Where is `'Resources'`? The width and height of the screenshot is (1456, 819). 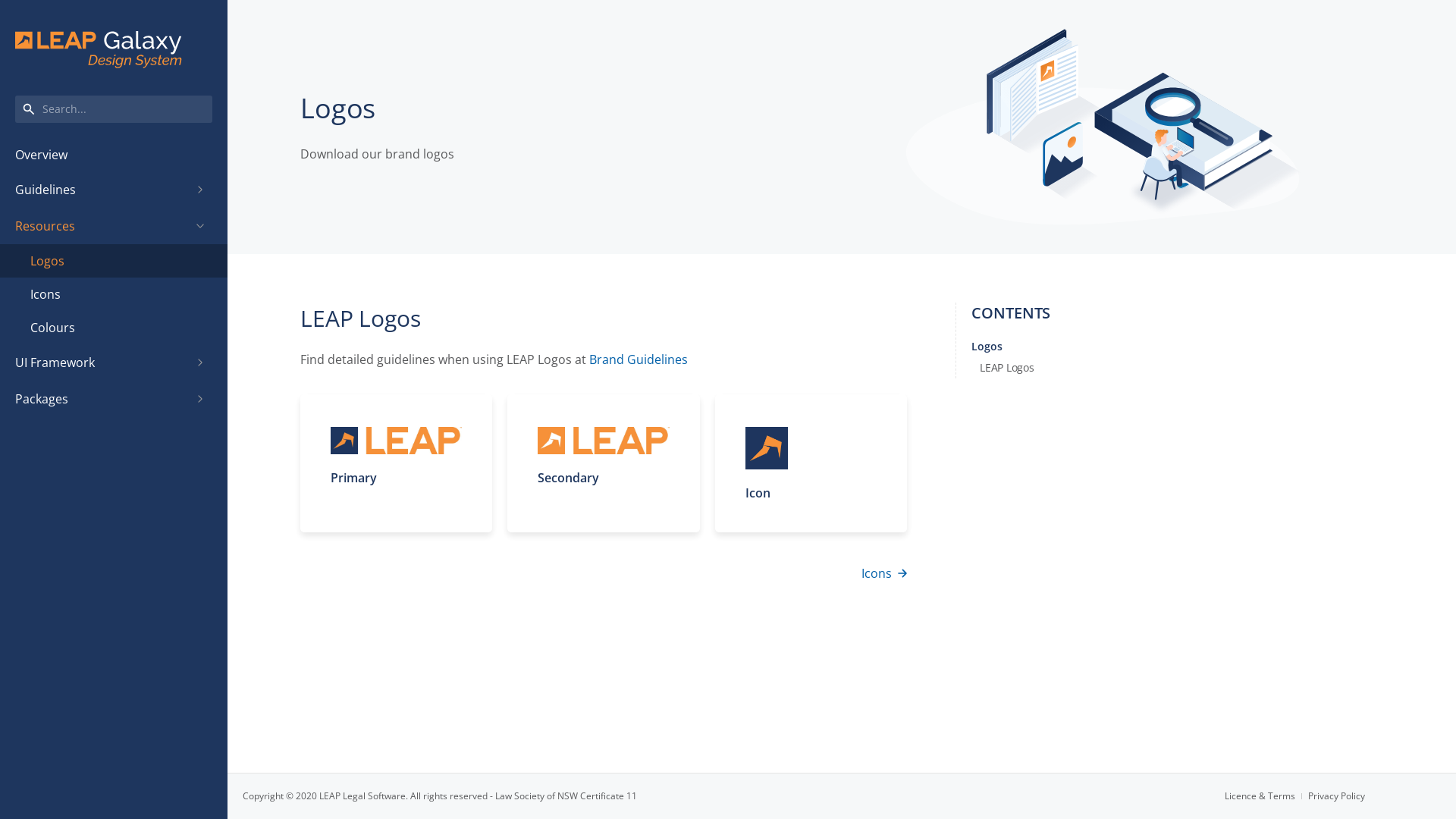
'Resources' is located at coordinates (101, 225).